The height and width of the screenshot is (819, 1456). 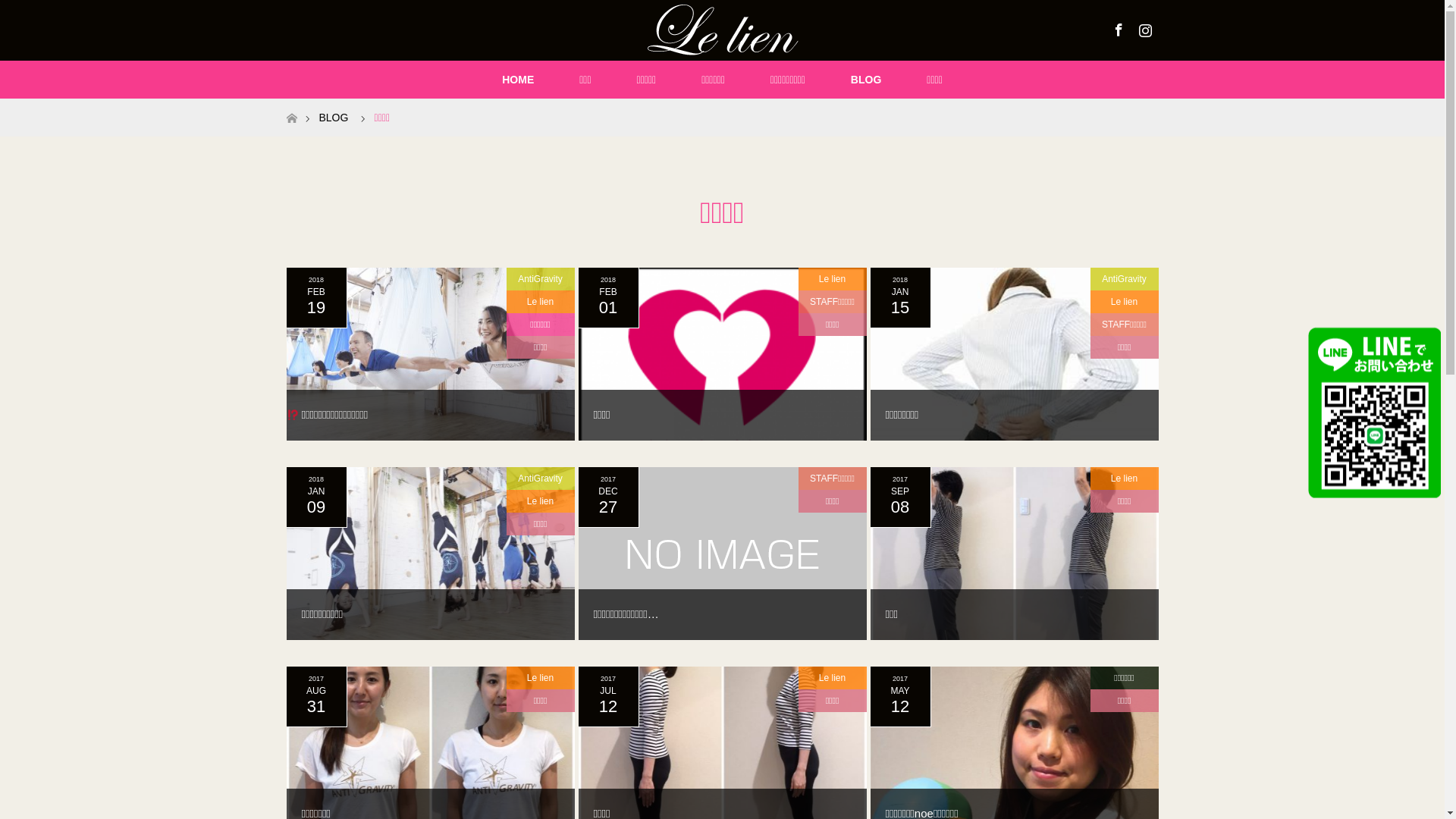 I want to click on 'AntiGravity', so click(x=541, y=278).